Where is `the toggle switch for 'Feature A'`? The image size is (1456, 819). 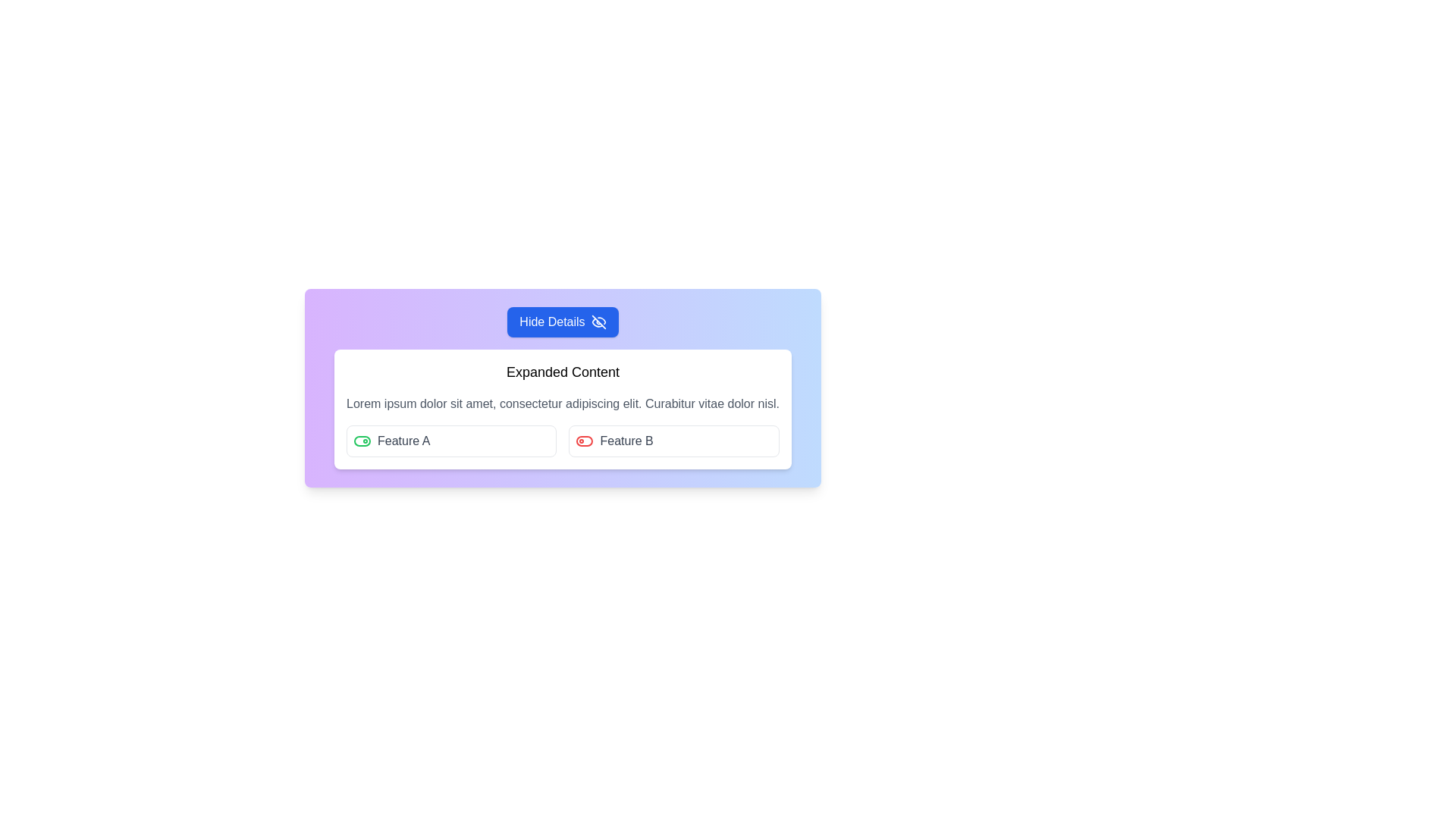 the toggle switch for 'Feature A' is located at coordinates (362, 441).